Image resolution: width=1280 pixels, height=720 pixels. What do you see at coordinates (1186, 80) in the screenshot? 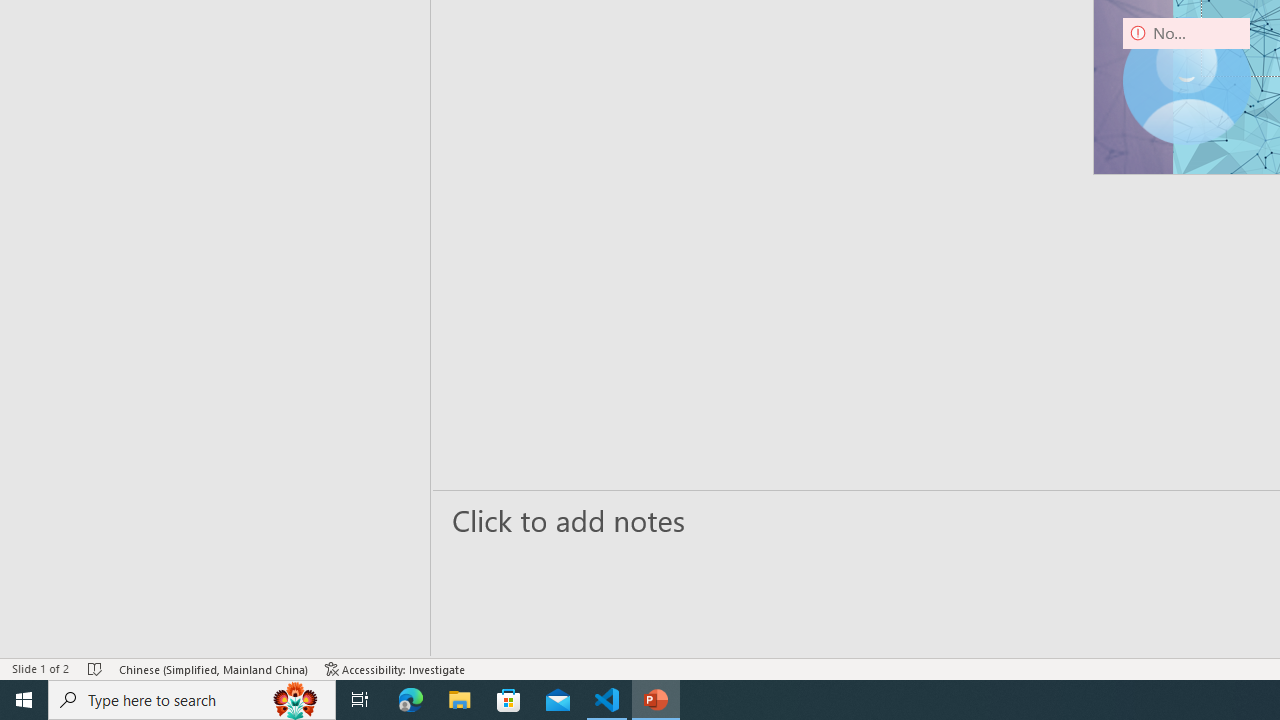
I see `'Camera 9, No camera detected.'` at bounding box center [1186, 80].